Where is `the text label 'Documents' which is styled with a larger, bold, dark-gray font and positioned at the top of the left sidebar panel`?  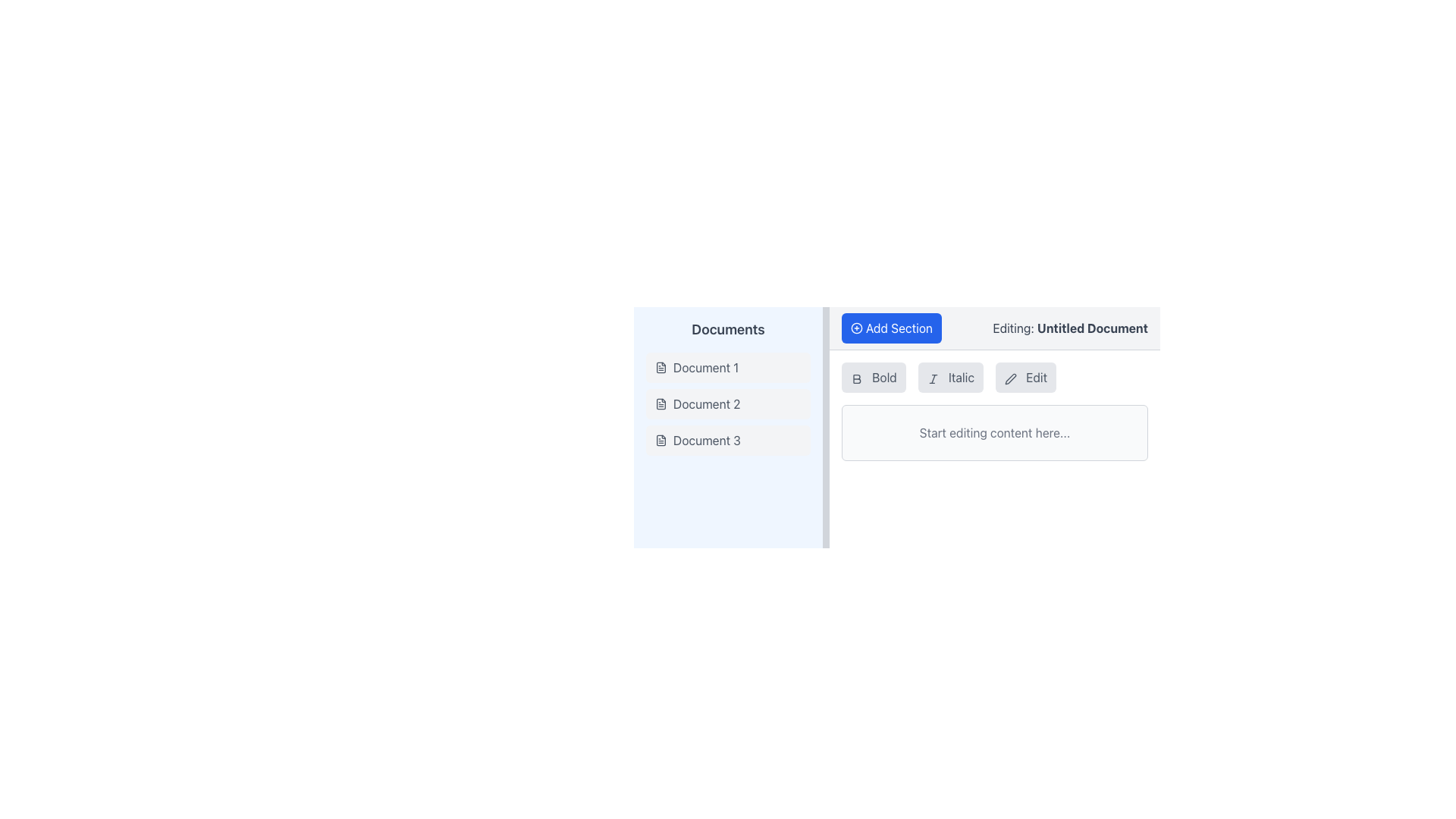 the text label 'Documents' which is styled with a larger, bold, dark-gray font and positioned at the top of the left sidebar panel is located at coordinates (728, 329).